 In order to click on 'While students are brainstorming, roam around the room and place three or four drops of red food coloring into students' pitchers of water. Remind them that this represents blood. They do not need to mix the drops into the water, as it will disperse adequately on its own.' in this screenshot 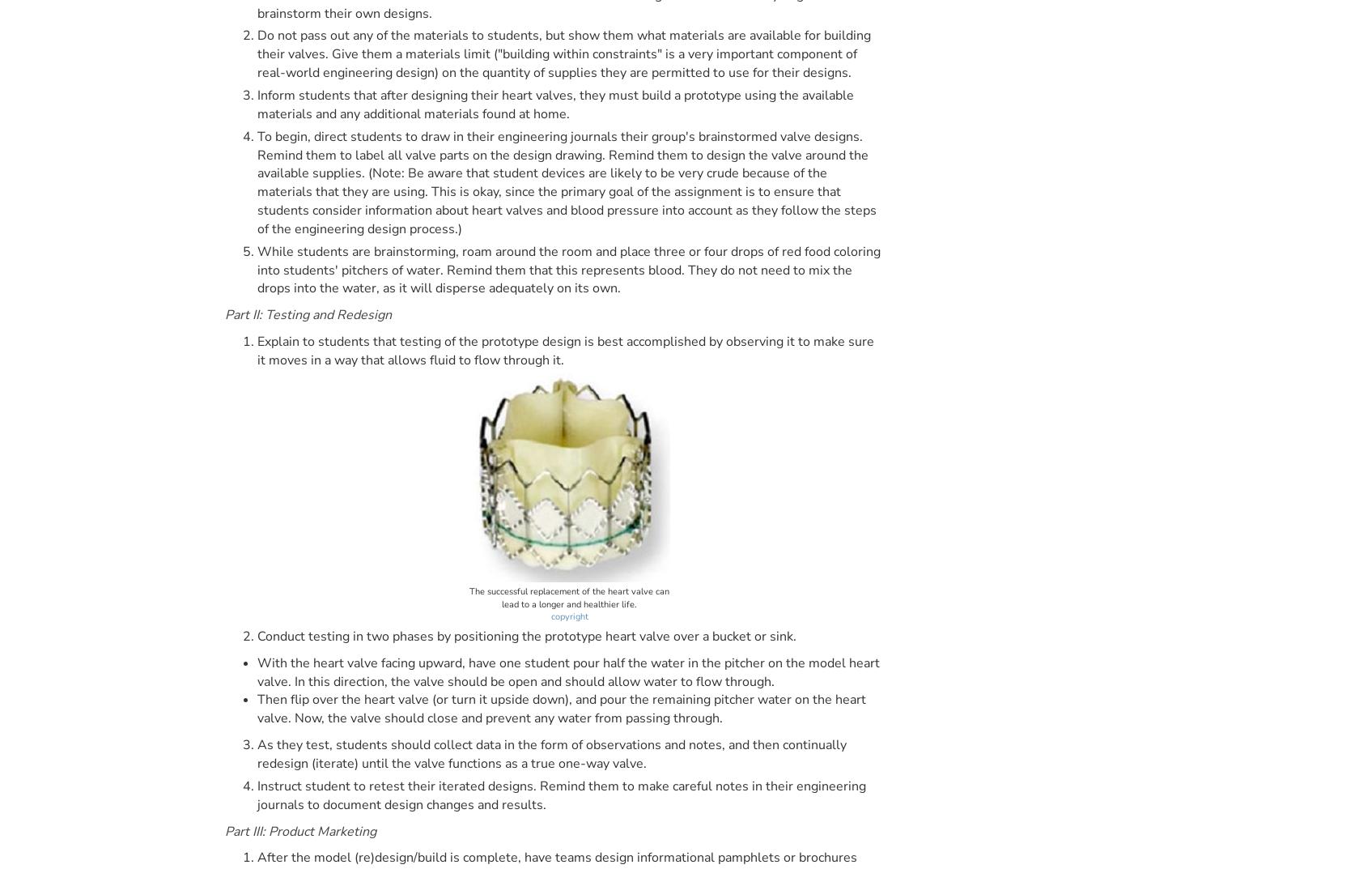, I will do `click(568, 269)`.